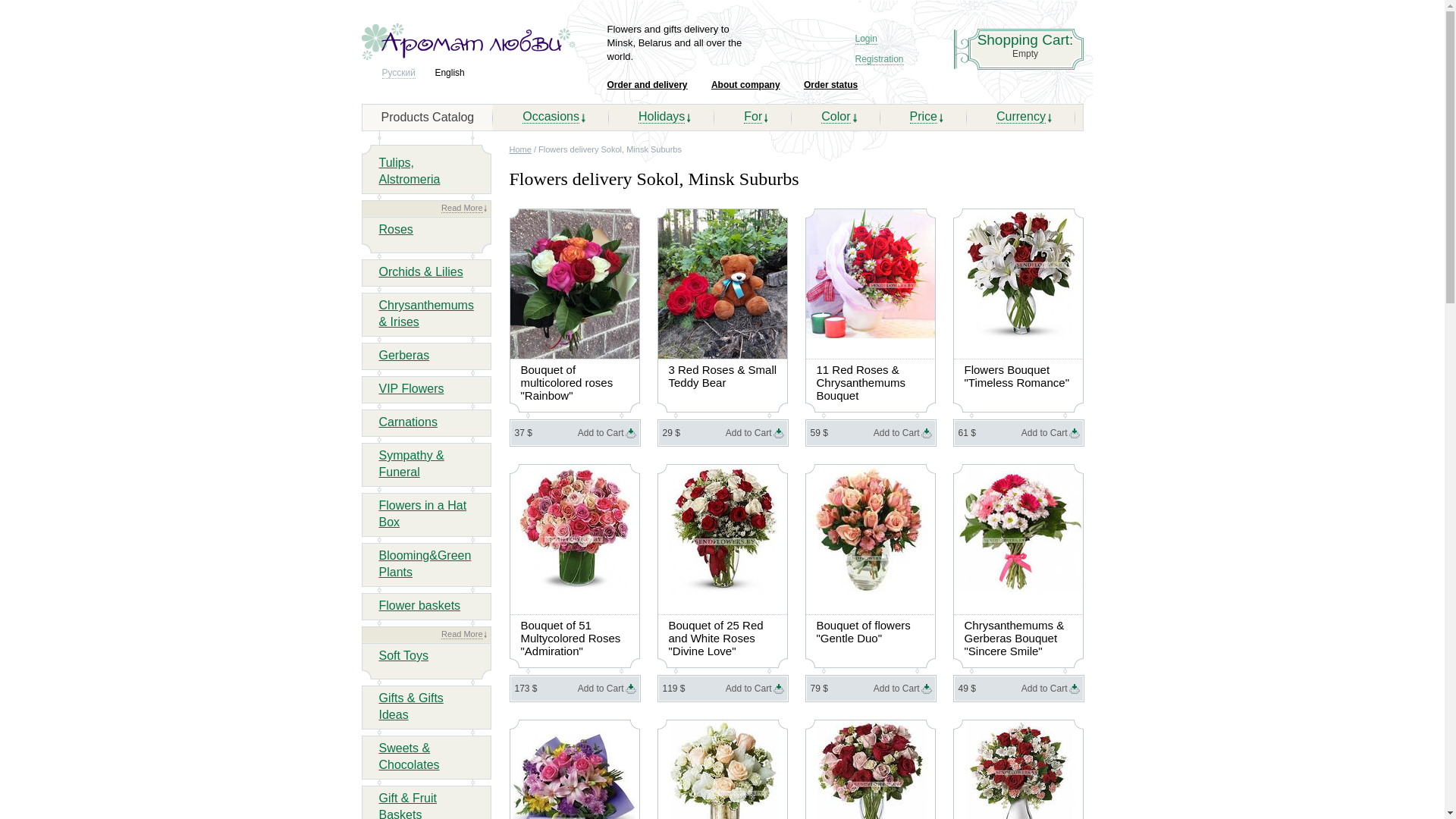 The image size is (1456, 819). What do you see at coordinates (803, 84) in the screenshot?
I see `'Order status'` at bounding box center [803, 84].